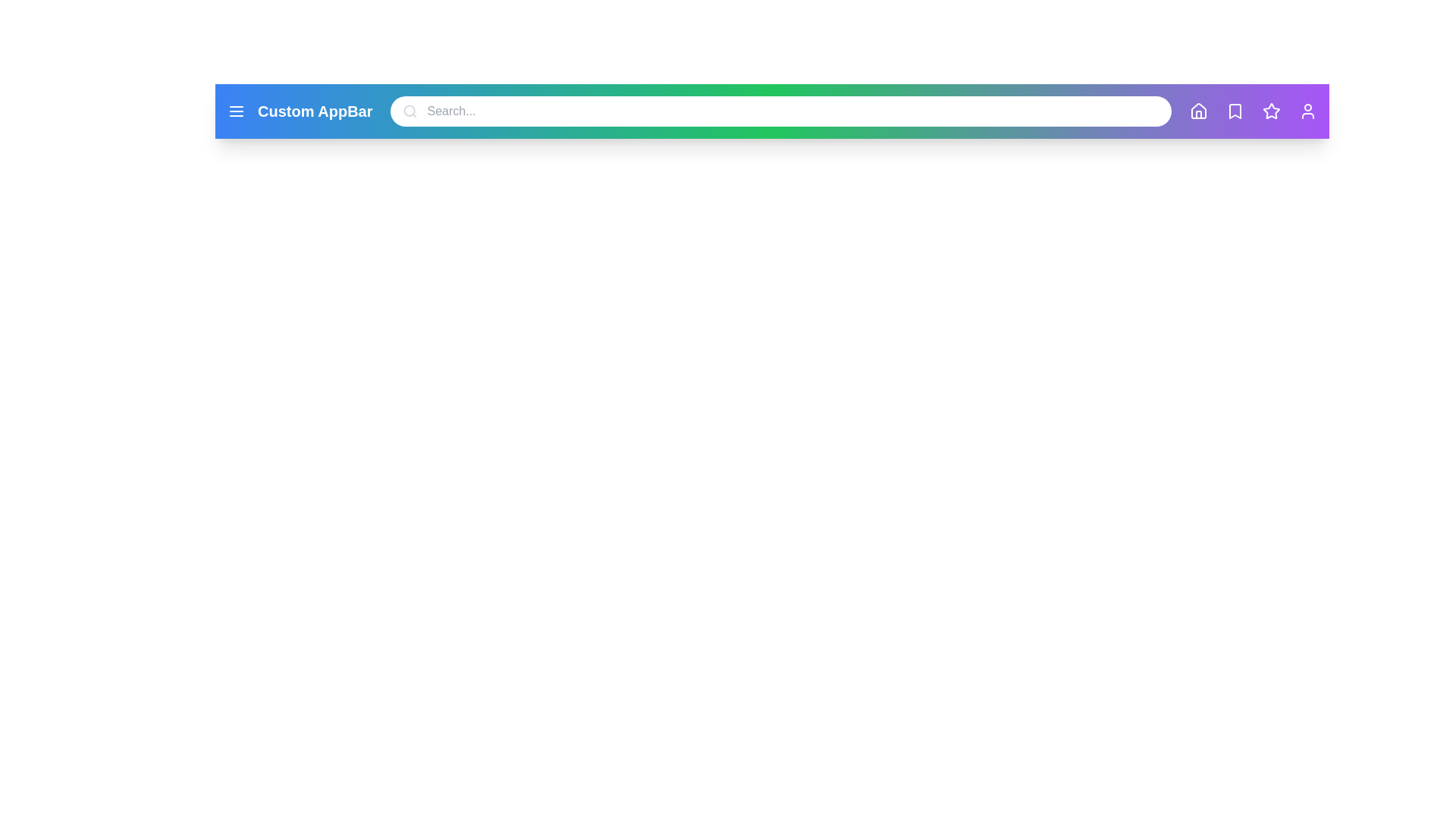 The width and height of the screenshot is (1456, 819). Describe the element at coordinates (1307, 110) in the screenshot. I see `the 'User' icon to view the user profile or settings` at that location.